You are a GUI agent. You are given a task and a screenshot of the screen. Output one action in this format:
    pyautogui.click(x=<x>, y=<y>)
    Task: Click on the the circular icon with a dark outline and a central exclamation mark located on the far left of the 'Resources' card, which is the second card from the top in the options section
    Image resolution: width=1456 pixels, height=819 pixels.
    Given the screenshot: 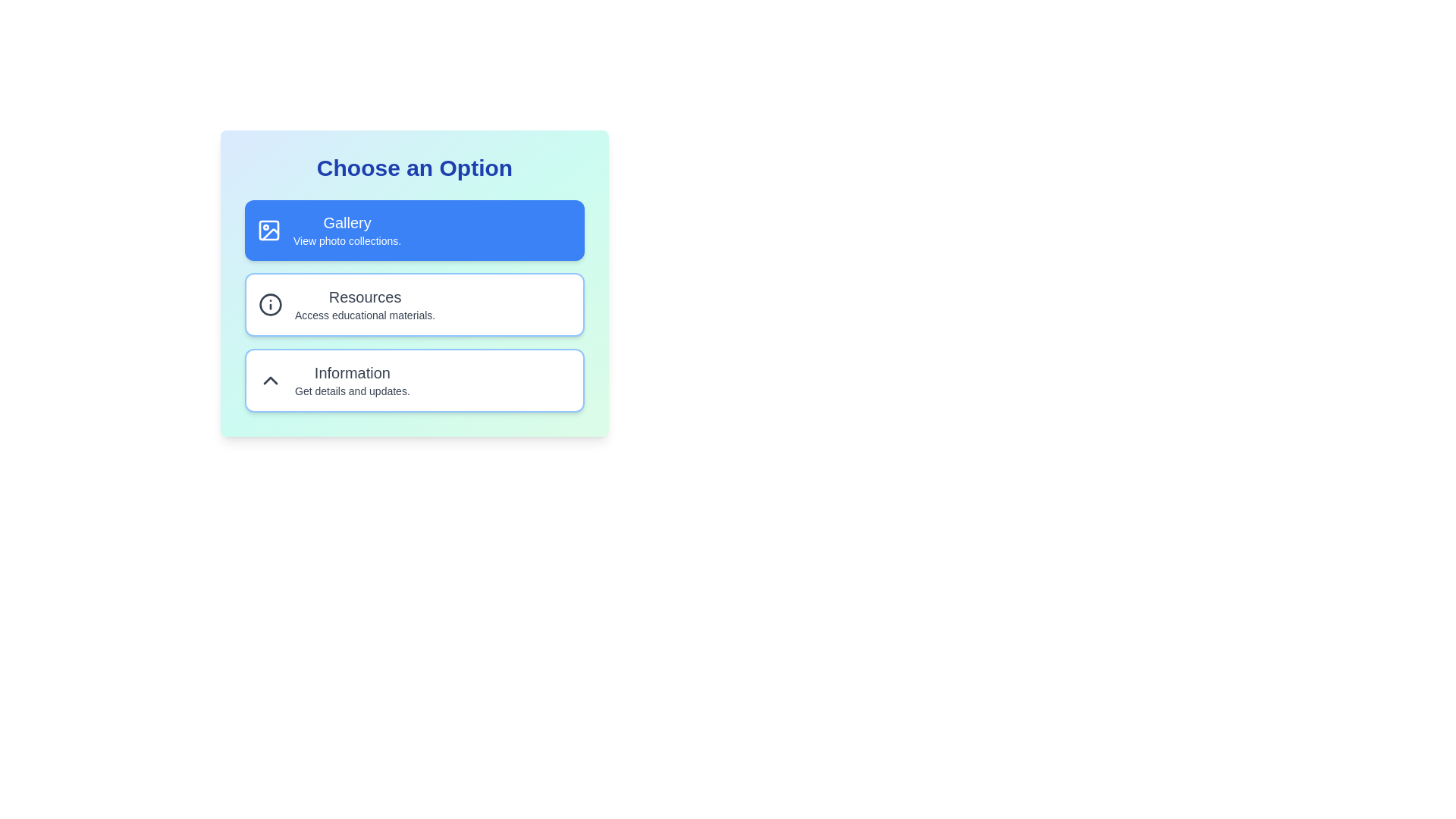 What is the action you would take?
    pyautogui.click(x=270, y=304)
    